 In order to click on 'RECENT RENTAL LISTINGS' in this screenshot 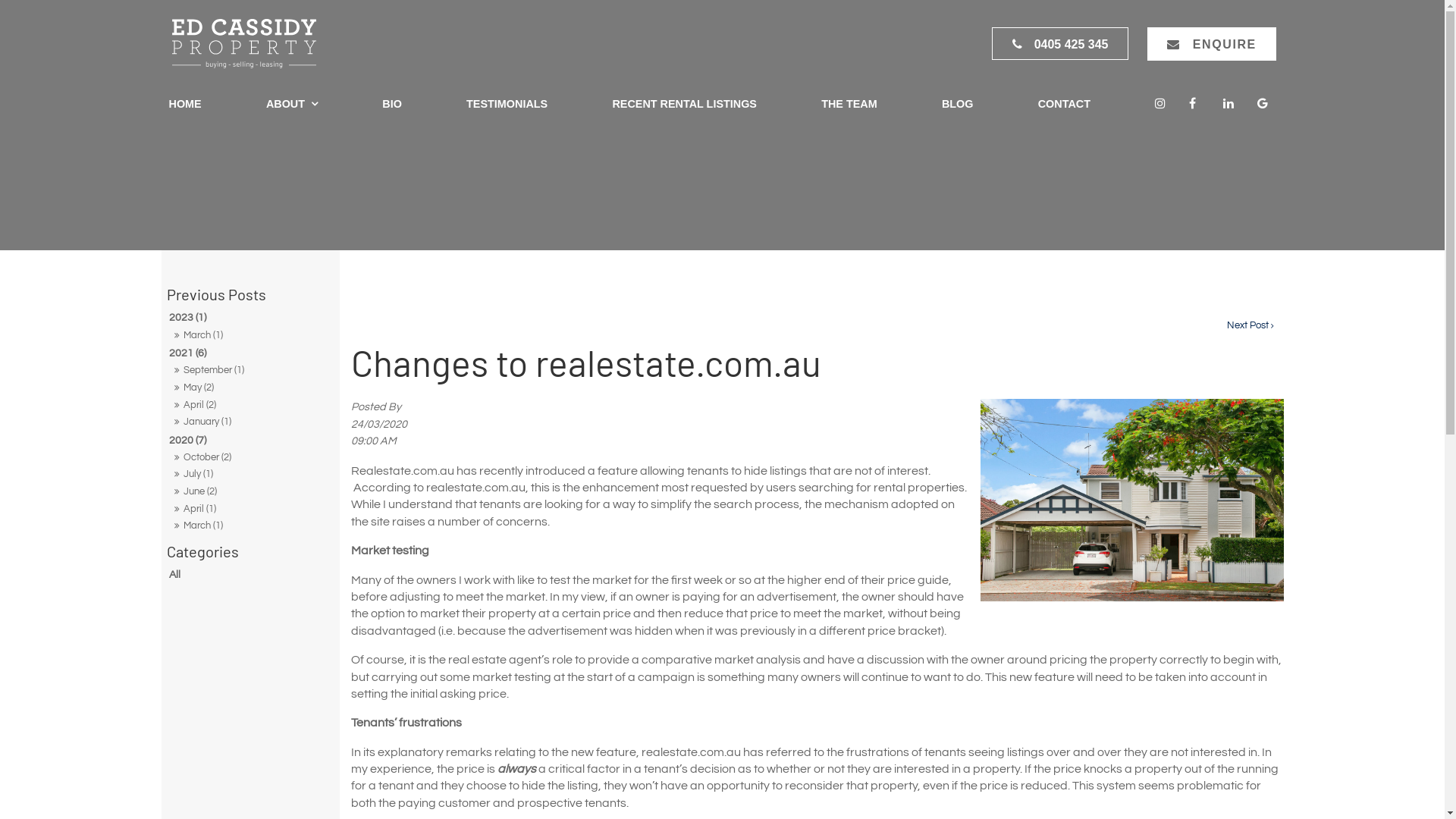, I will do `click(683, 104)`.